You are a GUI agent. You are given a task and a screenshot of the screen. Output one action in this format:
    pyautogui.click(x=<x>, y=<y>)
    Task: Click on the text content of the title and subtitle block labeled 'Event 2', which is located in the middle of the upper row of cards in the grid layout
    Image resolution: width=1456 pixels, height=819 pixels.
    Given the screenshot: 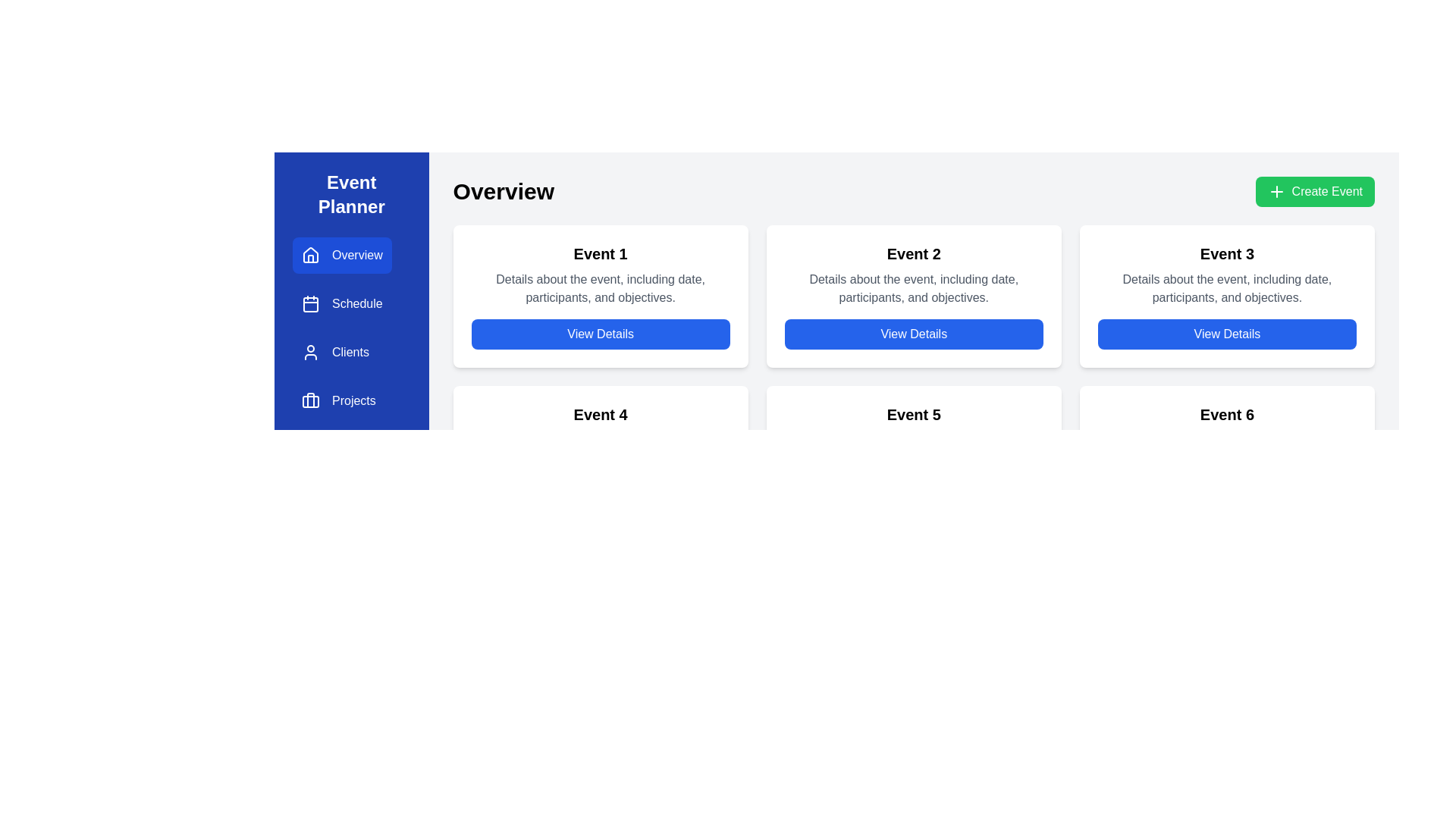 What is the action you would take?
    pyautogui.click(x=913, y=275)
    